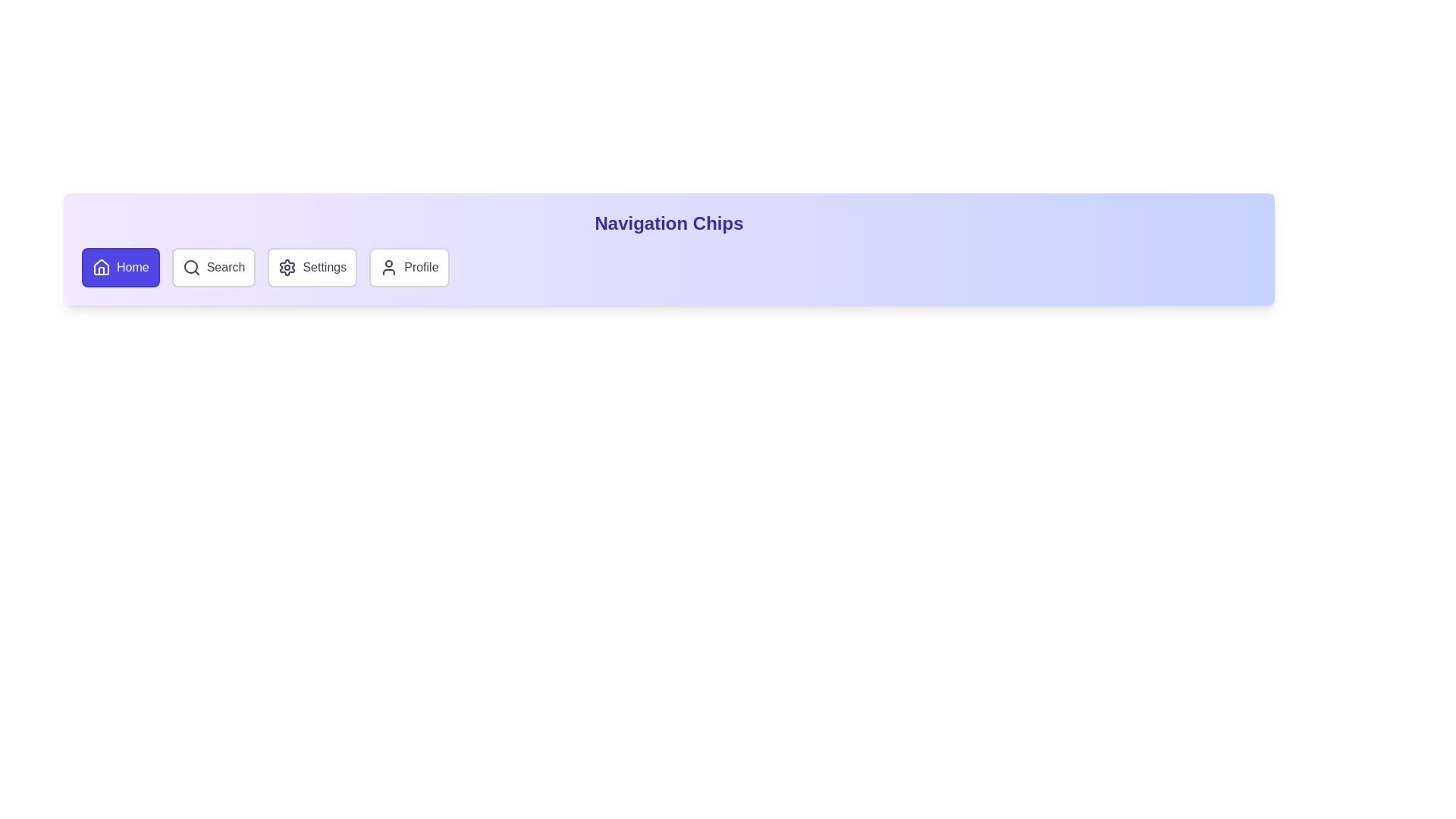 This screenshot has height=819, width=1456. What do you see at coordinates (213, 267) in the screenshot?
I see `the chip labeled Search to activate it` at bounding box center [213, 267].